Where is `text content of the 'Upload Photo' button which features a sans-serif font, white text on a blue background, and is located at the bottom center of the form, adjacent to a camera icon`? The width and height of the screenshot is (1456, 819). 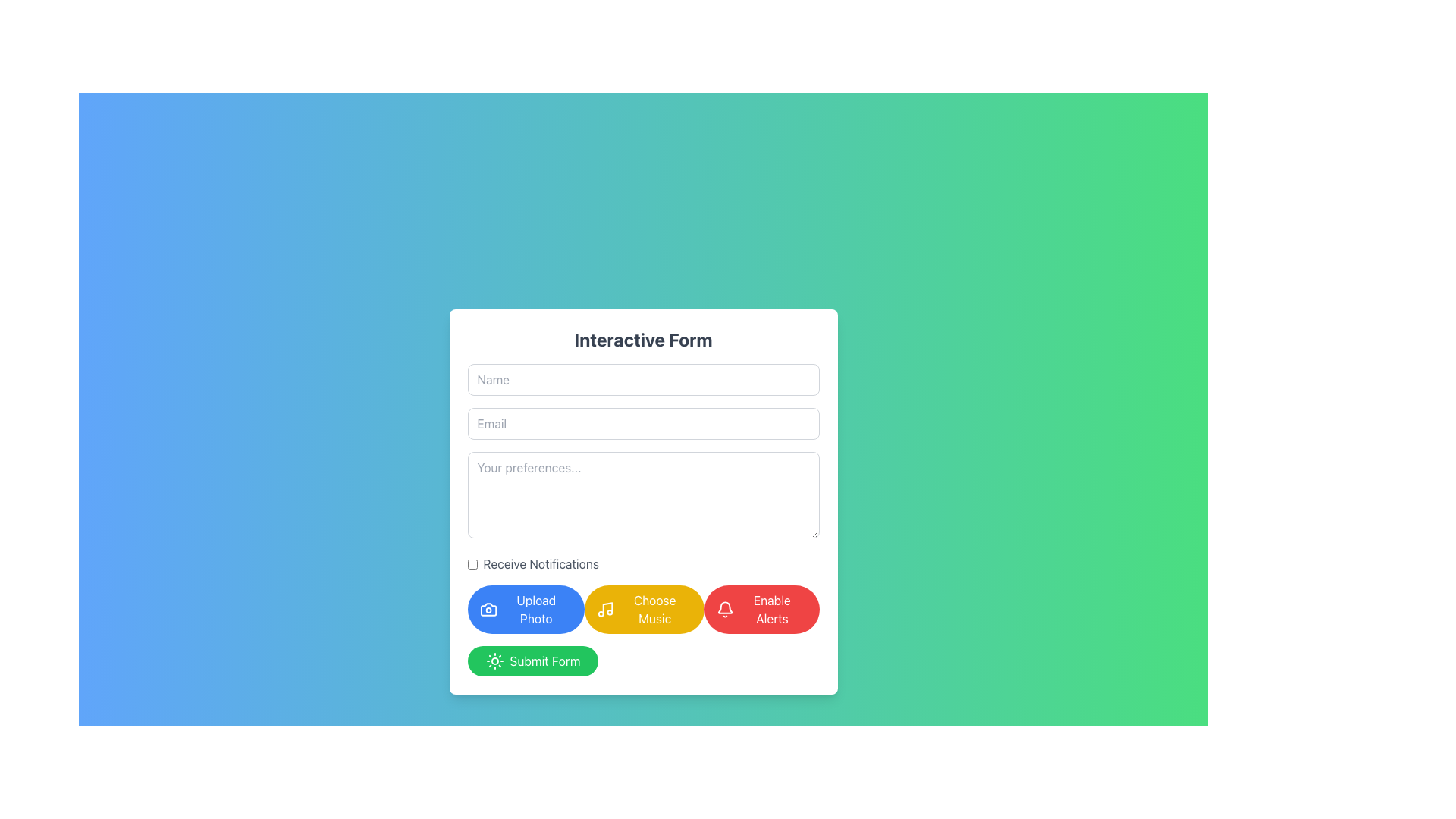
text content of the 'Upload Photo' button which features a sans-serif font, white text on a blue background, and is located at the bottom center of the form, adjacent to a camera icon is located at coordinates (536, 608).